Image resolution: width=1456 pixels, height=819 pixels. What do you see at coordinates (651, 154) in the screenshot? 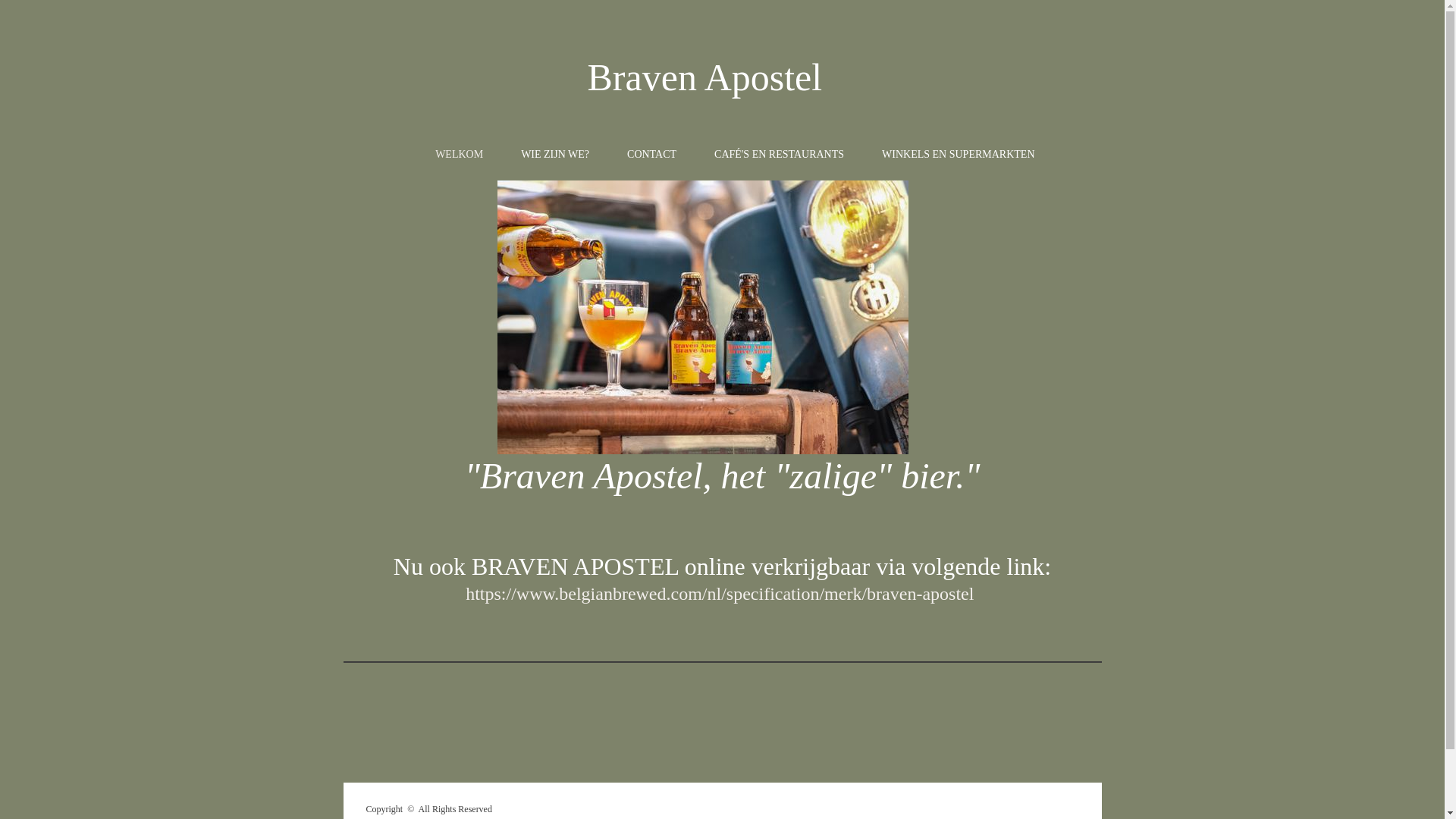
I see `'CONTACT'` at bounding box center [651, 154].